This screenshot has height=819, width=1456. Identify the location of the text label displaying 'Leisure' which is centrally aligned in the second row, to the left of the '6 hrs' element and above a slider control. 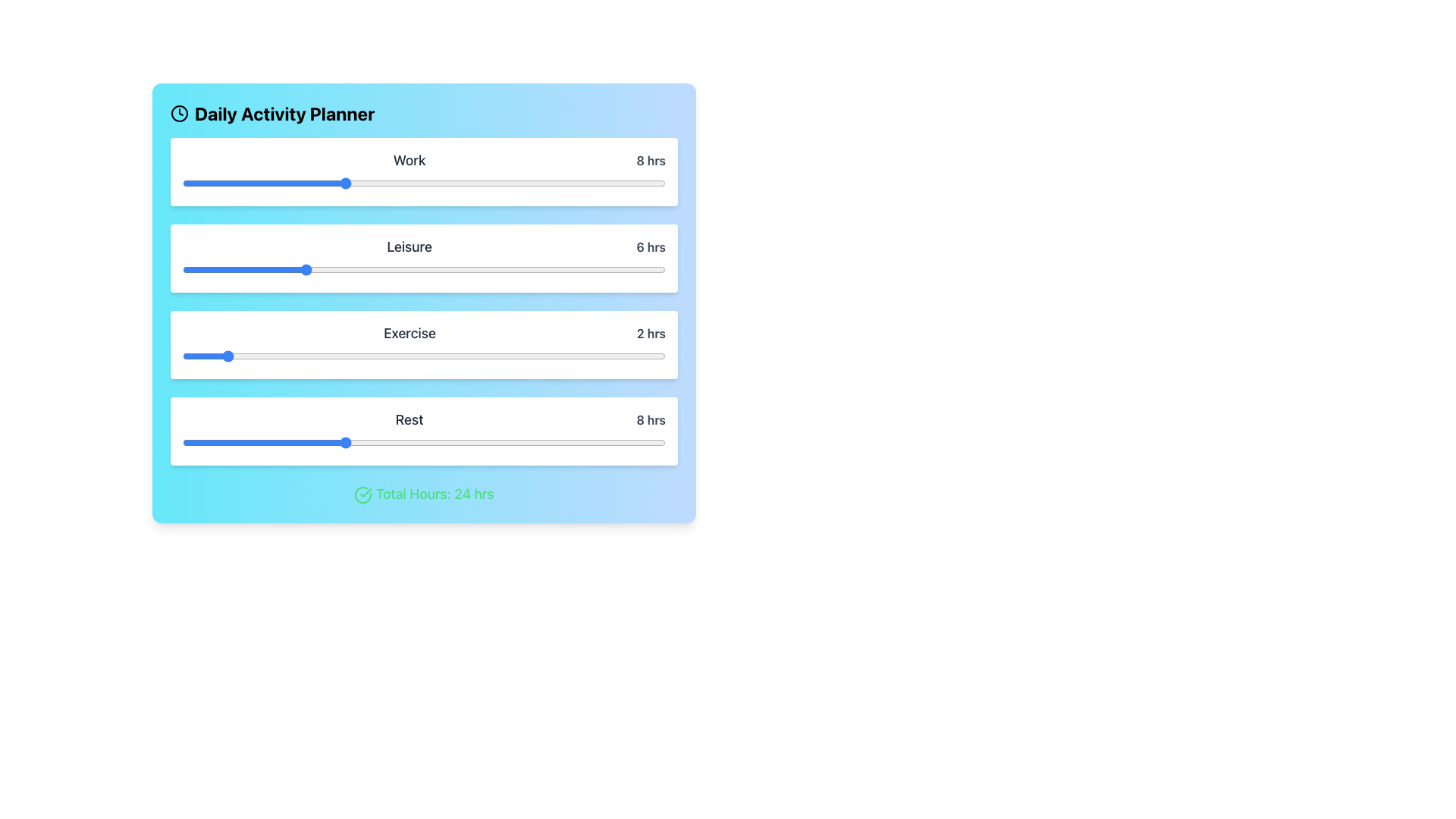
(409, 246).